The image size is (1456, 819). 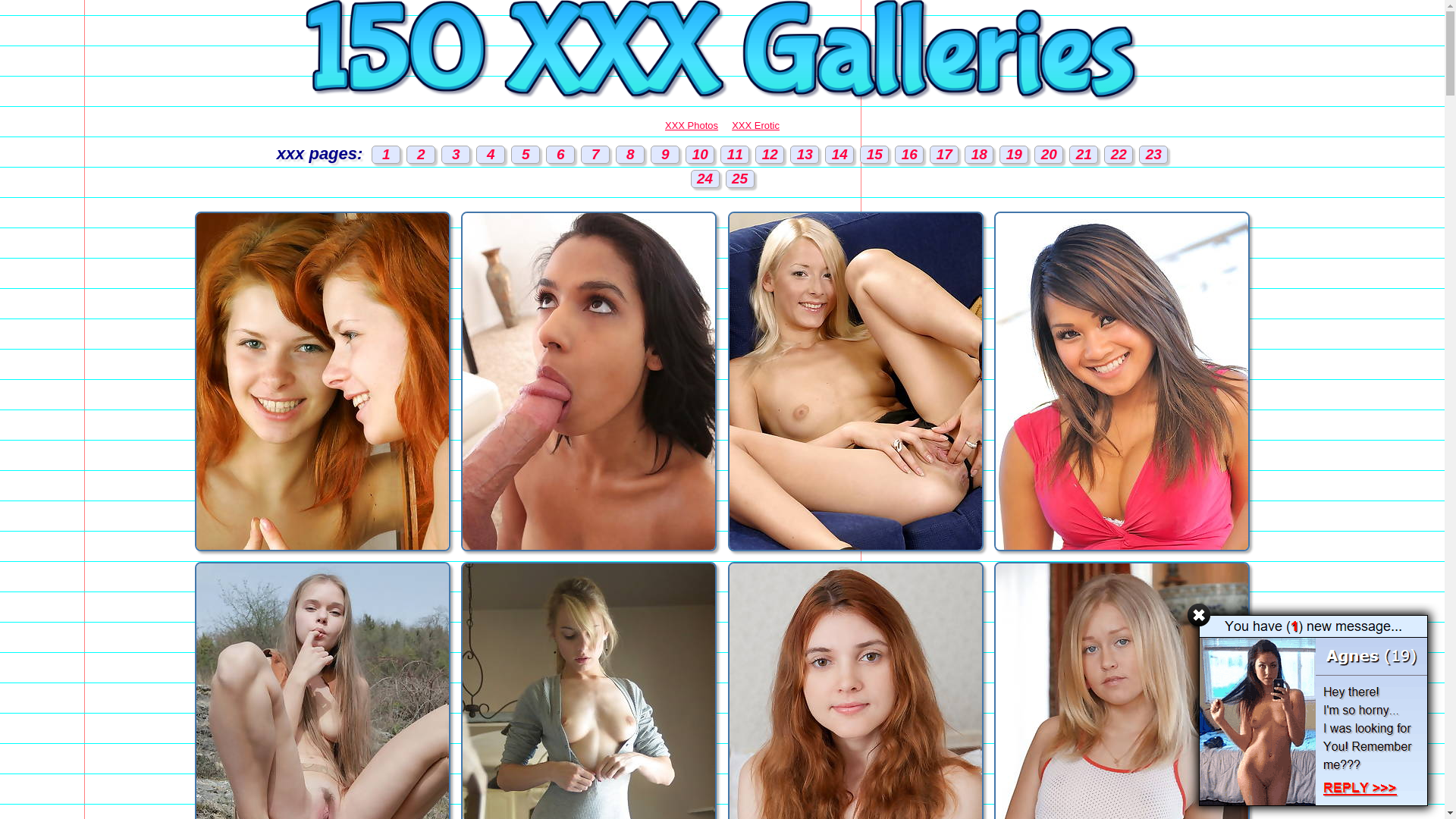 I want to click on '20', so click(x=1033, y=155).